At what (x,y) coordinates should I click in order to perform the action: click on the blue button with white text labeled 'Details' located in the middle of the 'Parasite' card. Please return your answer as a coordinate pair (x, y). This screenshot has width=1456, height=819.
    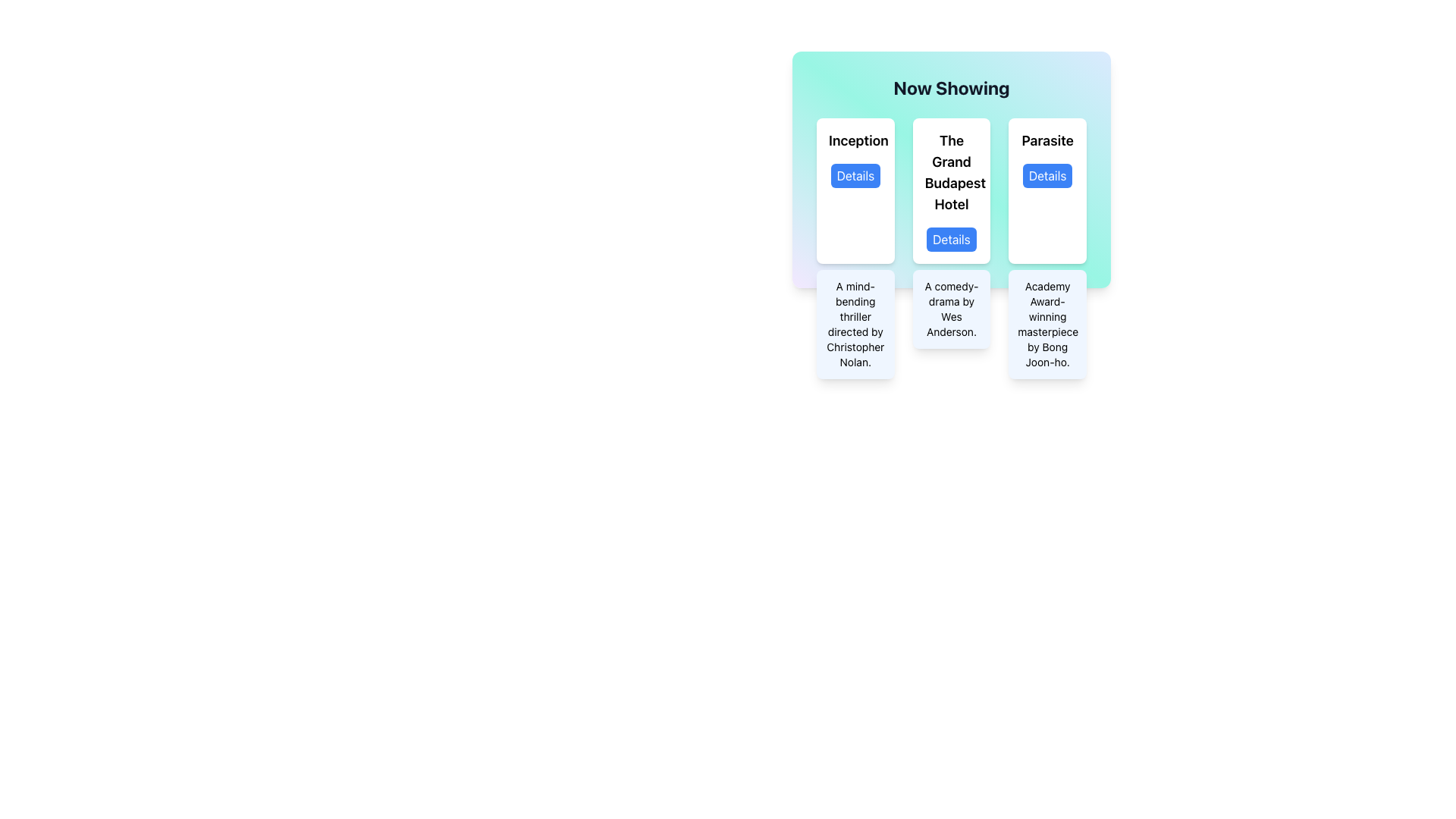
    Looking at the image, I should click on (1046, 174).